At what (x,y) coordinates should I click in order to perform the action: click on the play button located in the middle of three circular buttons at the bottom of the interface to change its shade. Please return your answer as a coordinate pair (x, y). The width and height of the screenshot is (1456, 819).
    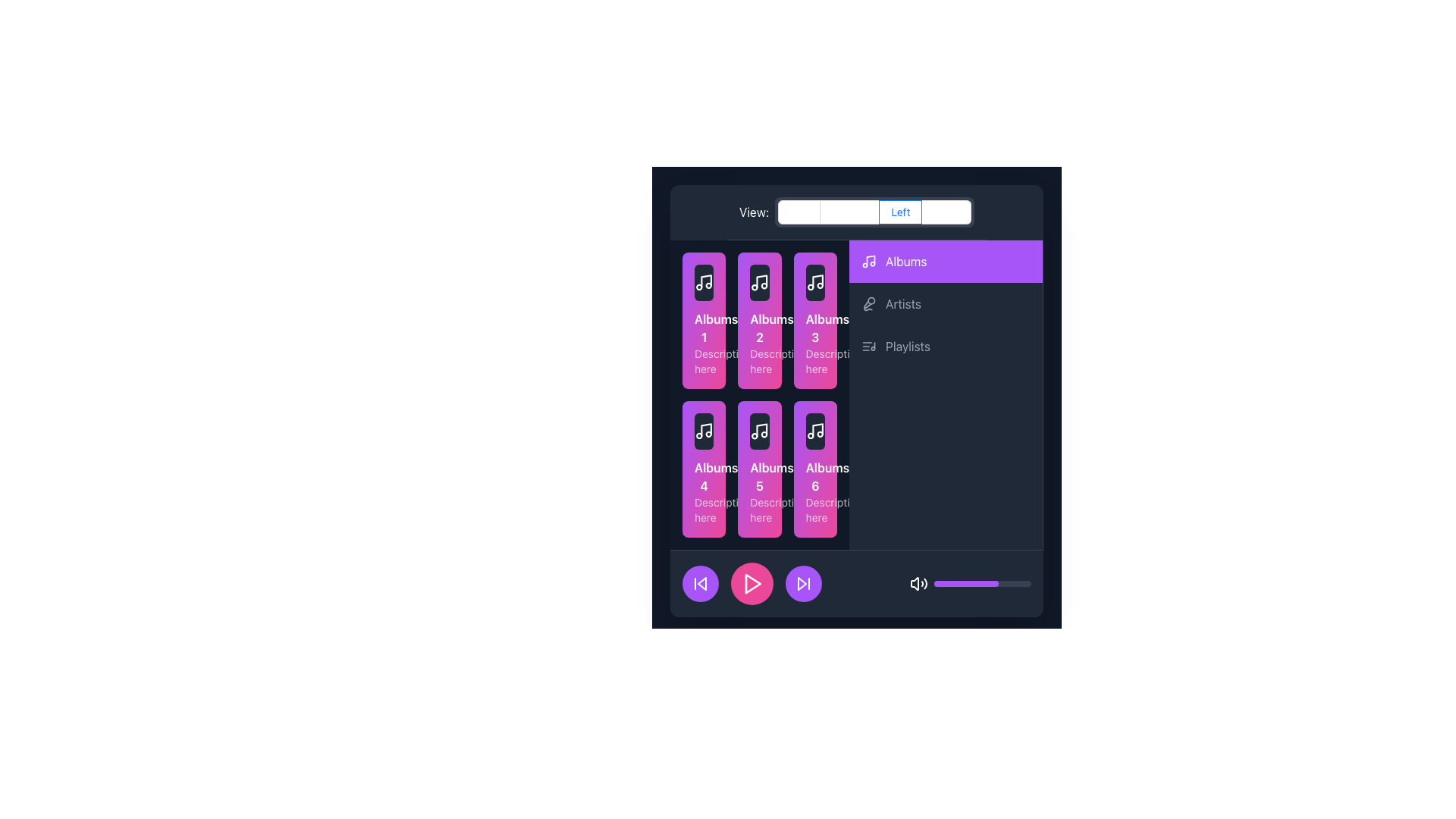
    Looking at the image, I should click on (752, 583).